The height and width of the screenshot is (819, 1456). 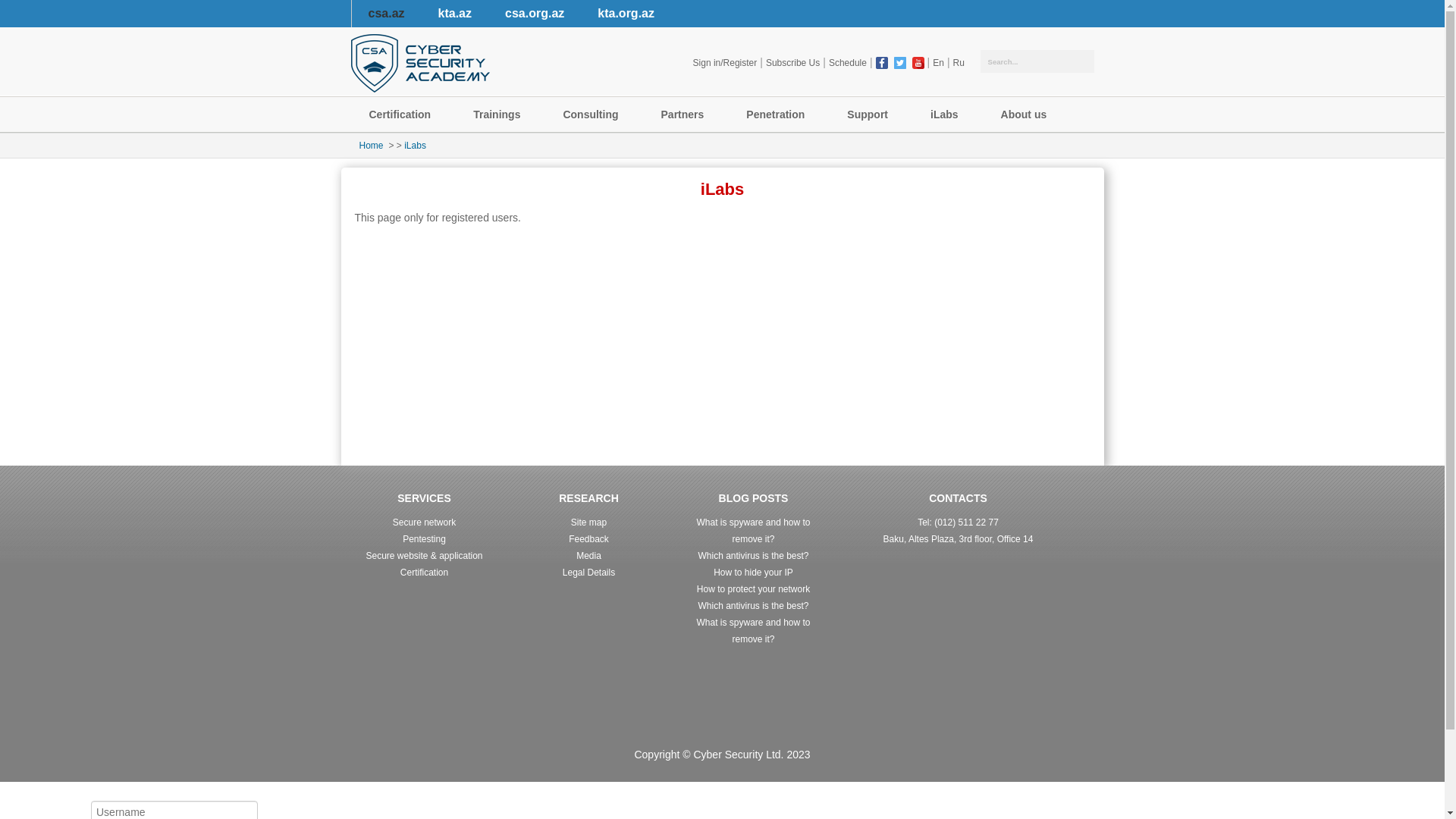 I want to click on 'Home', so click(x=371, y=146).